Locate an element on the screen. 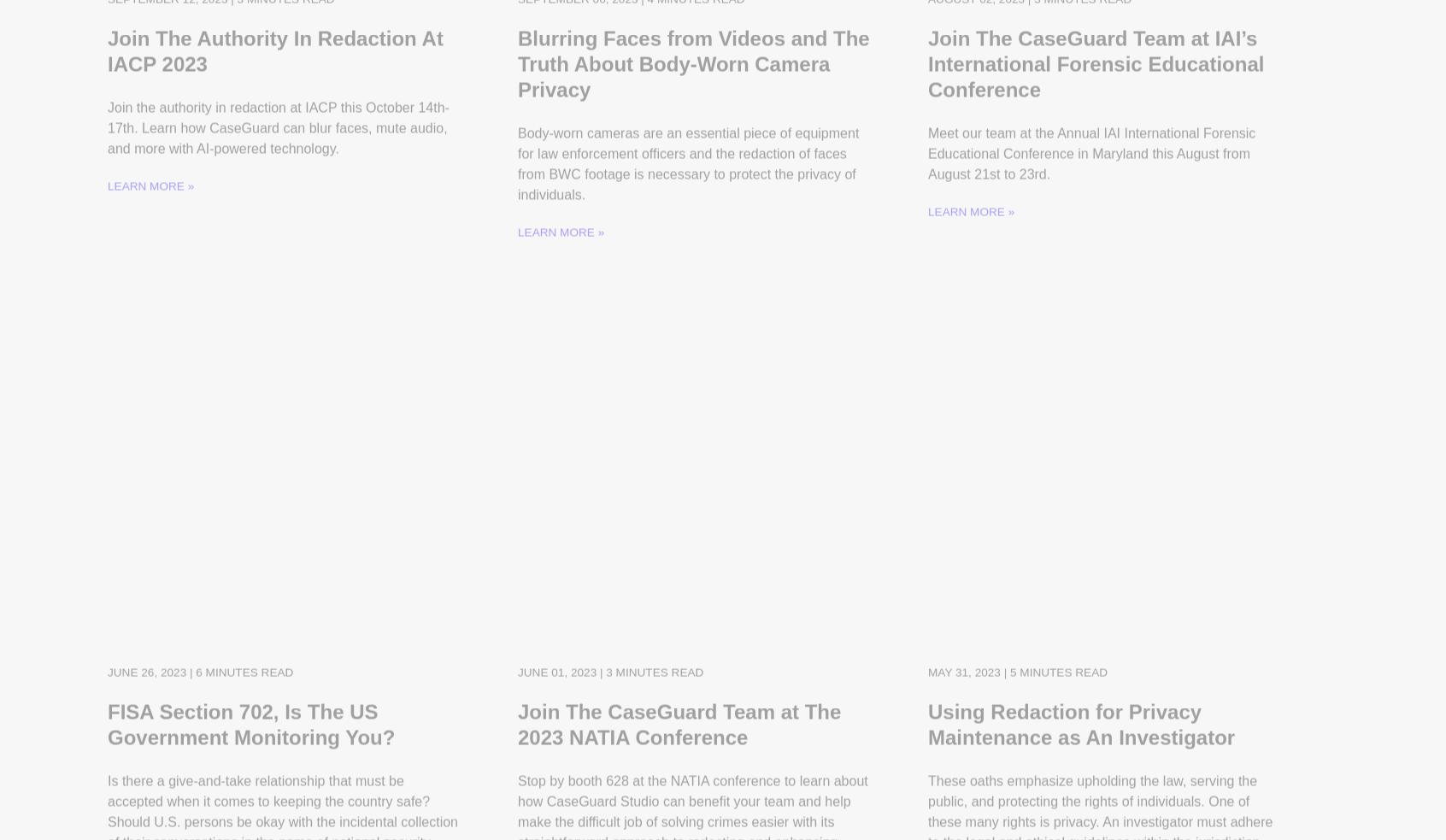 Image resolution: width=1446 pixels, height=840 pixels. 'Join The Authority In Redaction At IACP 2023' is located at coordinates (273, 80).